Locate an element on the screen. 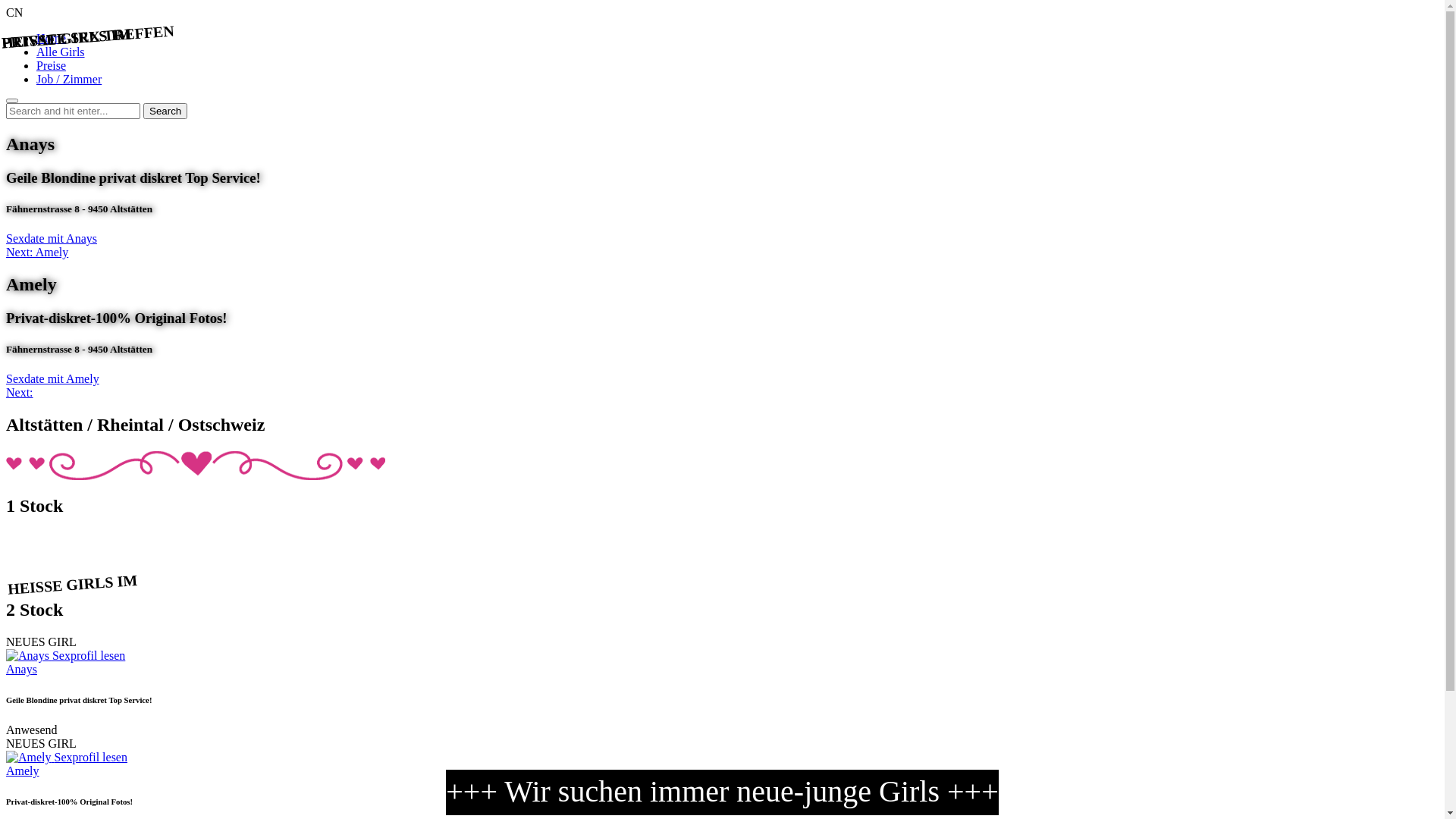 This screenshot has width=1456, height=819. 'Job / Zimmer' is located at coordinates (68, 79).